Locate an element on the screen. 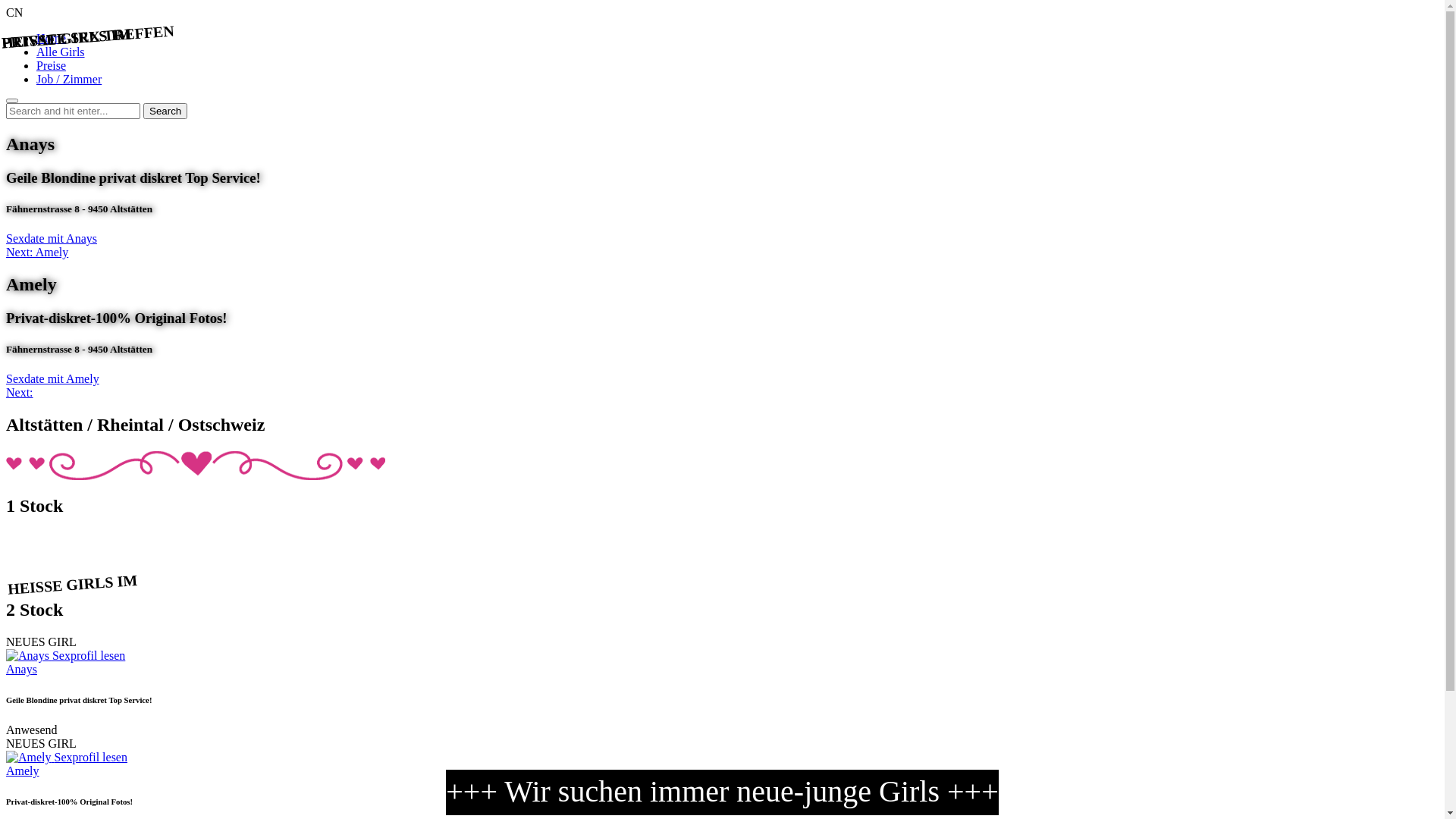 This screenshot has width=1456, height=819. 'Job / Zimmer' is located at coordinates (68, 79).